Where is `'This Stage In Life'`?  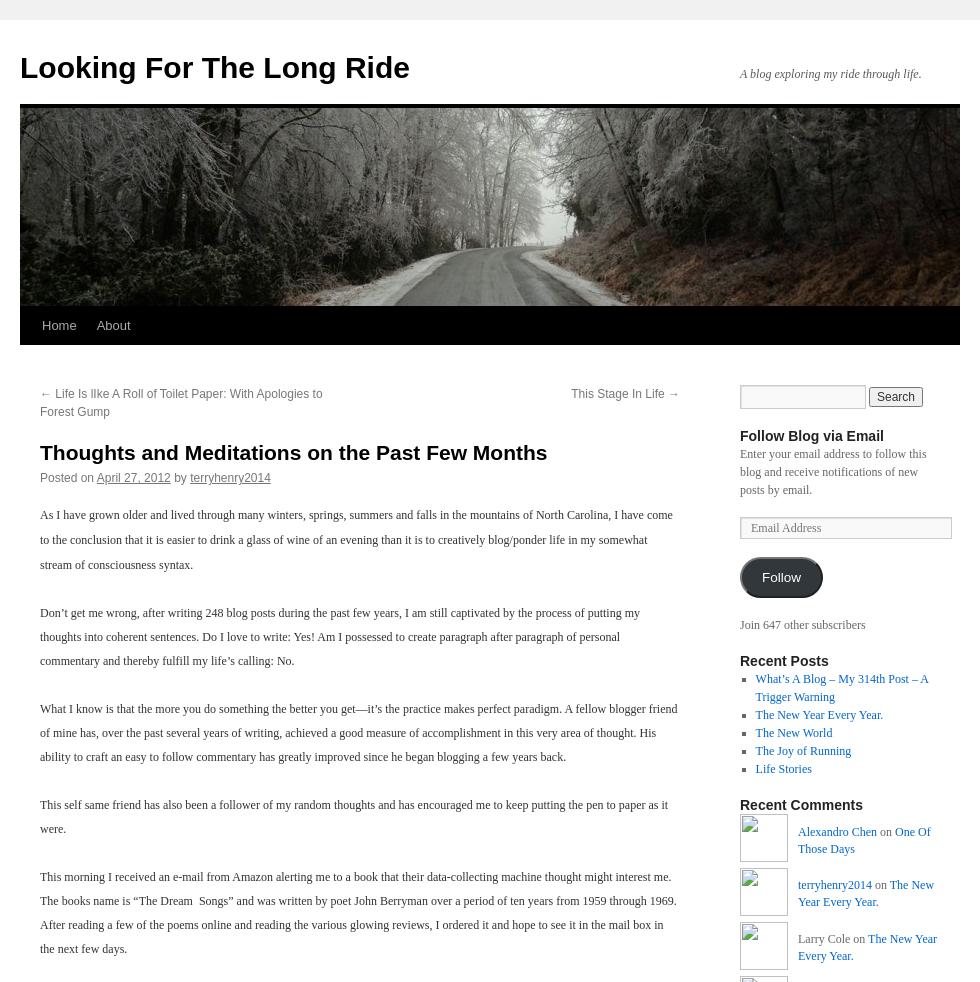 'This Stage In Life' is located at coordinates (619, 393).